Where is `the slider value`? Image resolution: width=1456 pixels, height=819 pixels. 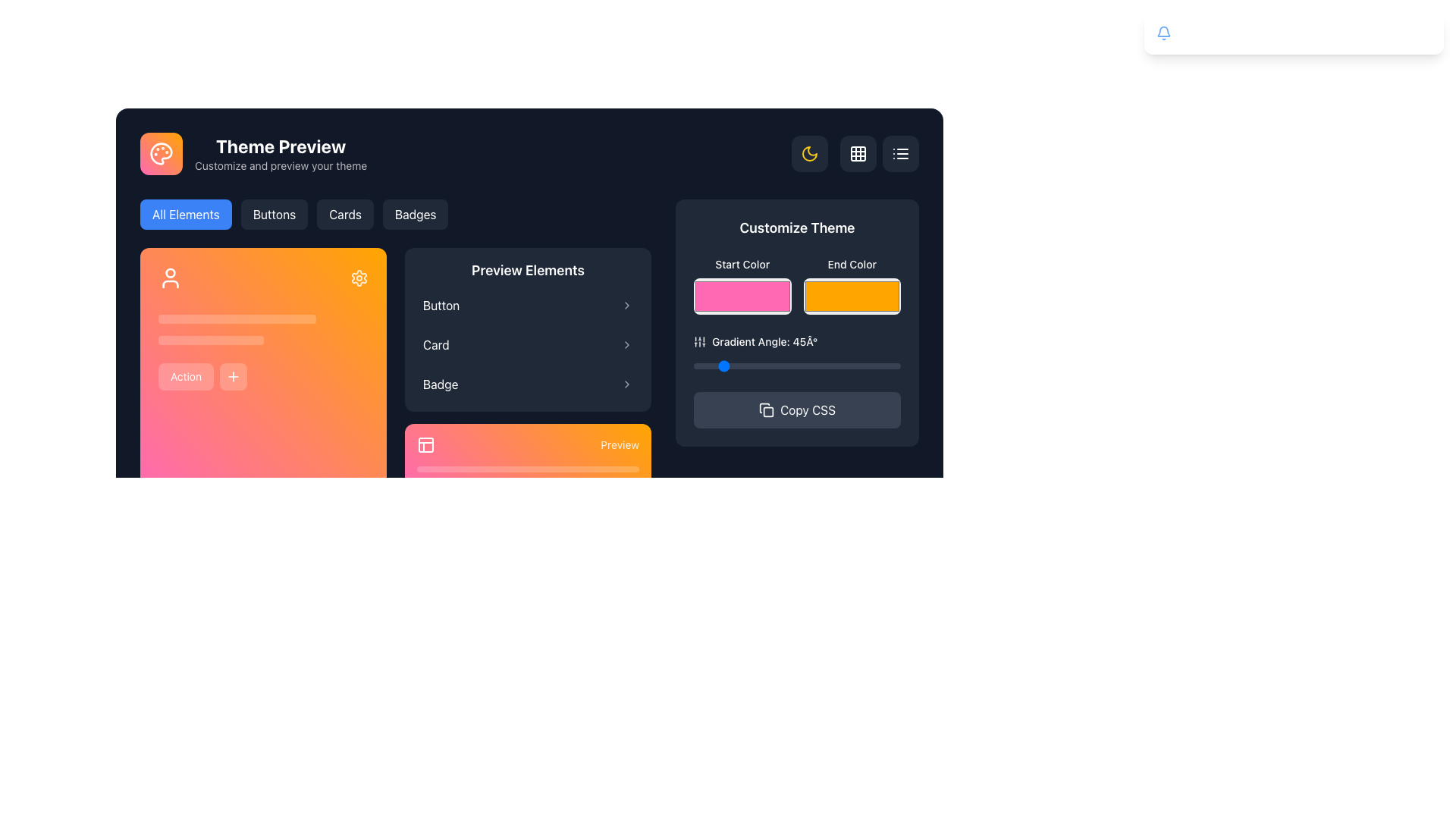 the slider value is located at coordinates (747, 366).